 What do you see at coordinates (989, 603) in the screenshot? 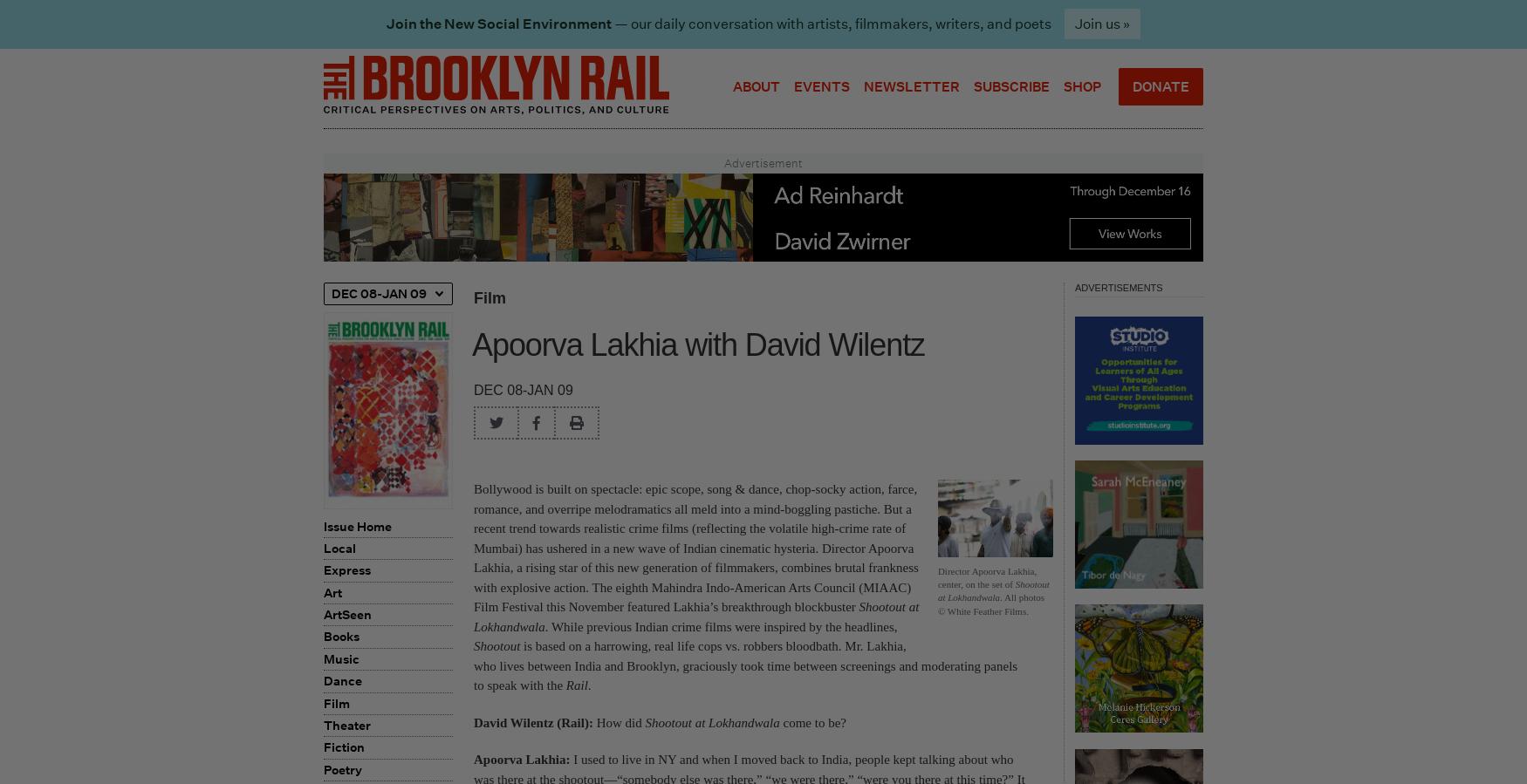
I see `'. All photos © White Feather Films.'` at bounding box center [989, 603].